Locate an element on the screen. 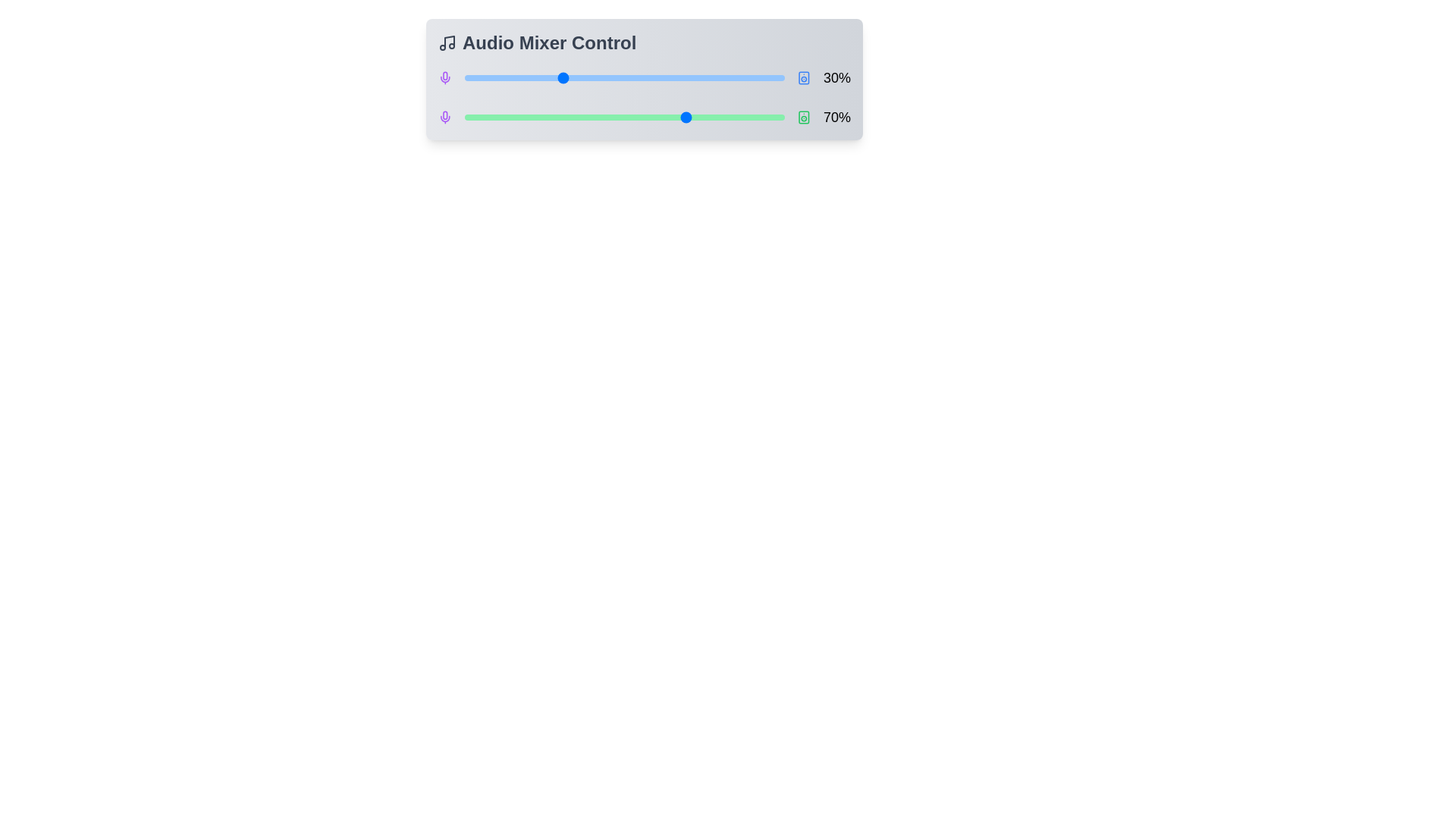  the slider is located at coordinates (566, 116).